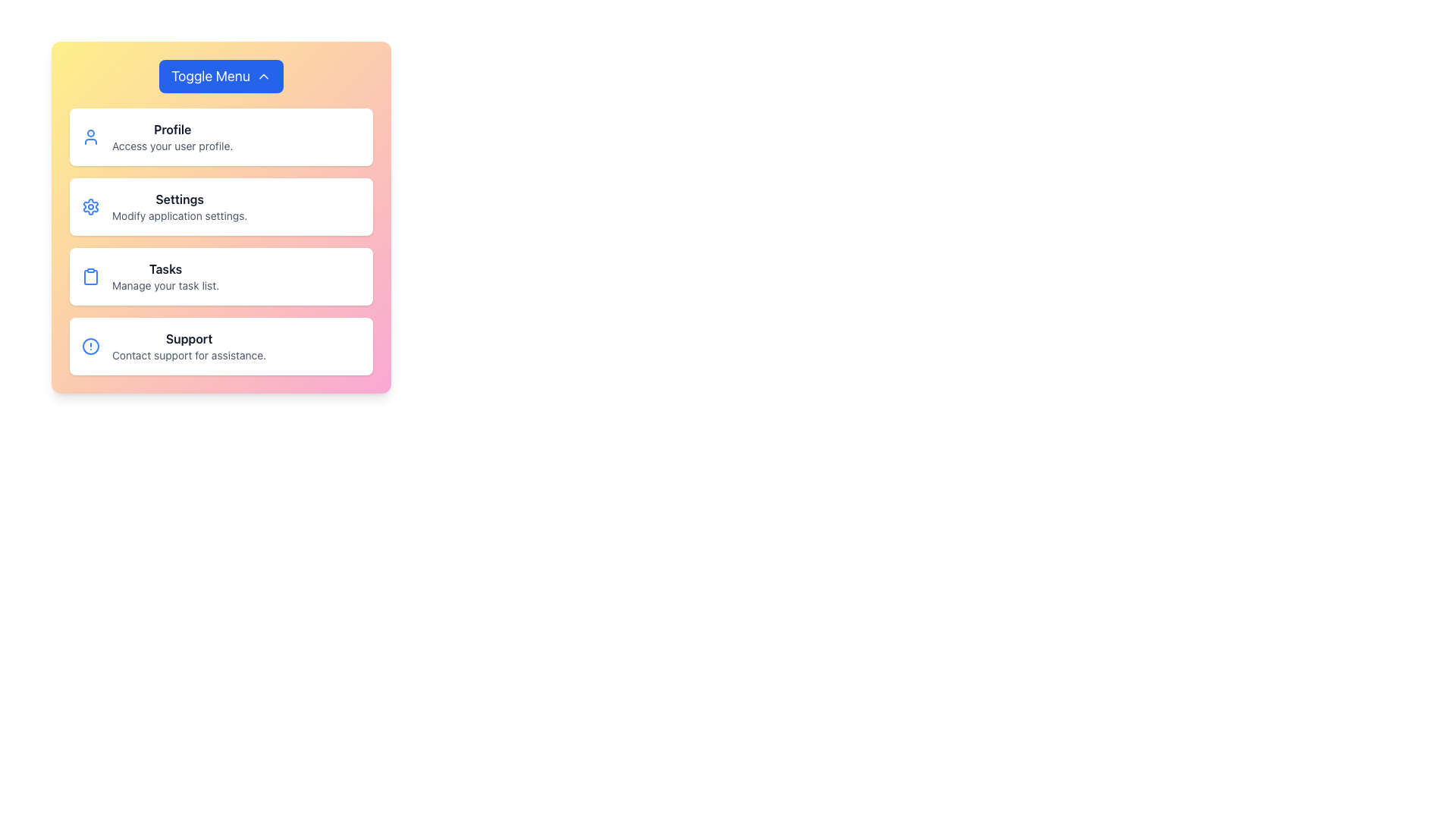 The width and height of the screenshot is (1456, 819). I want to click on the 'Tasks' icon, which is a clipboard icon located to the left of the 'Tasks' text in the third menu item of a vertical menu, so click(90, 277).